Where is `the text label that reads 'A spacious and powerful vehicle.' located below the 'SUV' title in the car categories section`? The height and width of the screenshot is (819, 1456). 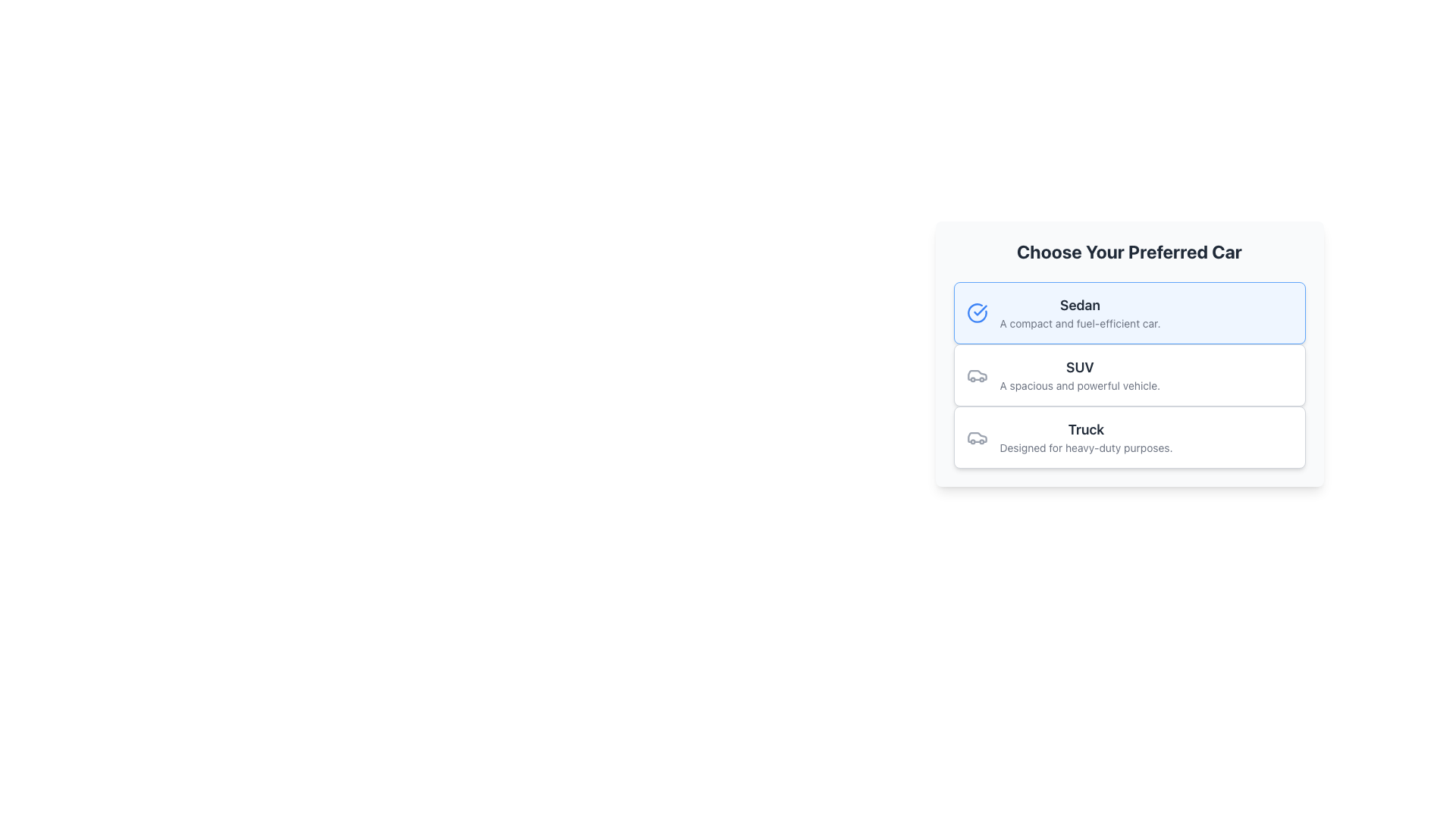 the text label that reads 'A spacious and powerful vehicle.' located below the 'SUV' title in the car categories section is located at coordinates (1079, 385).